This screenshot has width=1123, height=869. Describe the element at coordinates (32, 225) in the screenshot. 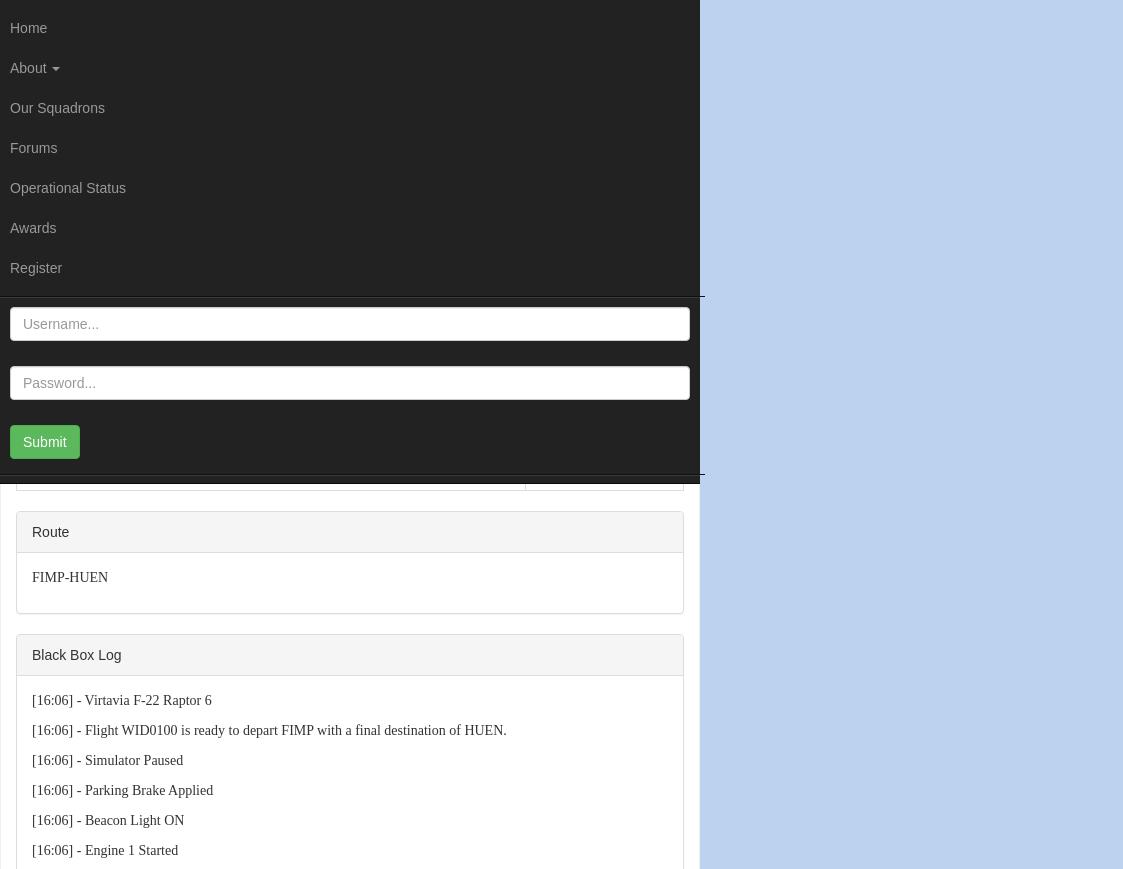

I see `'Awards'` at that location.